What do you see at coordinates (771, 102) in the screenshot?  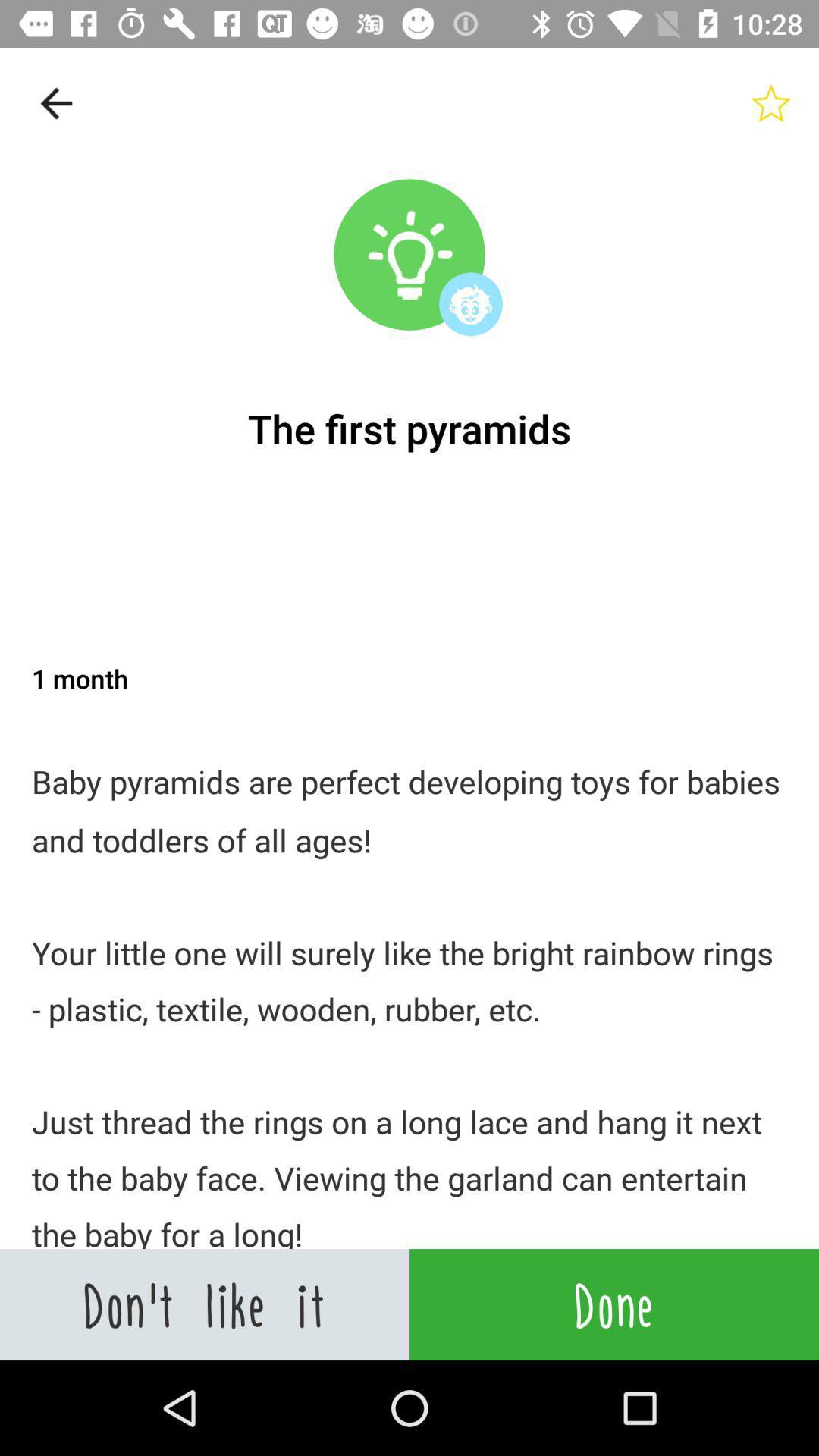 I see `mark article as favorite` at bounding box center [771, 102].